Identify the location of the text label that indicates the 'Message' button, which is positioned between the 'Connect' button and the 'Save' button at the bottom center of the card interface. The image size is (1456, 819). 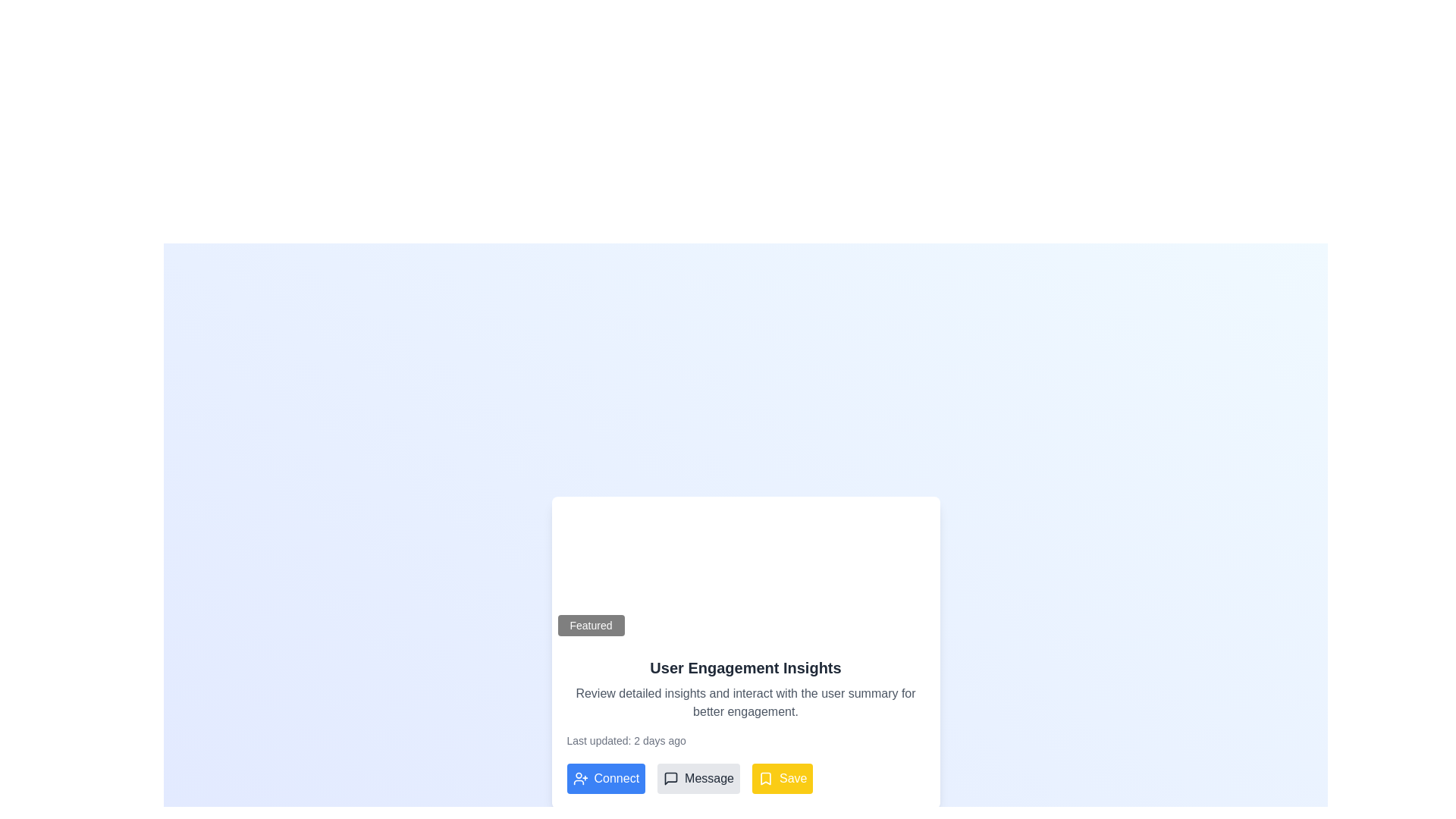
(708, 778).